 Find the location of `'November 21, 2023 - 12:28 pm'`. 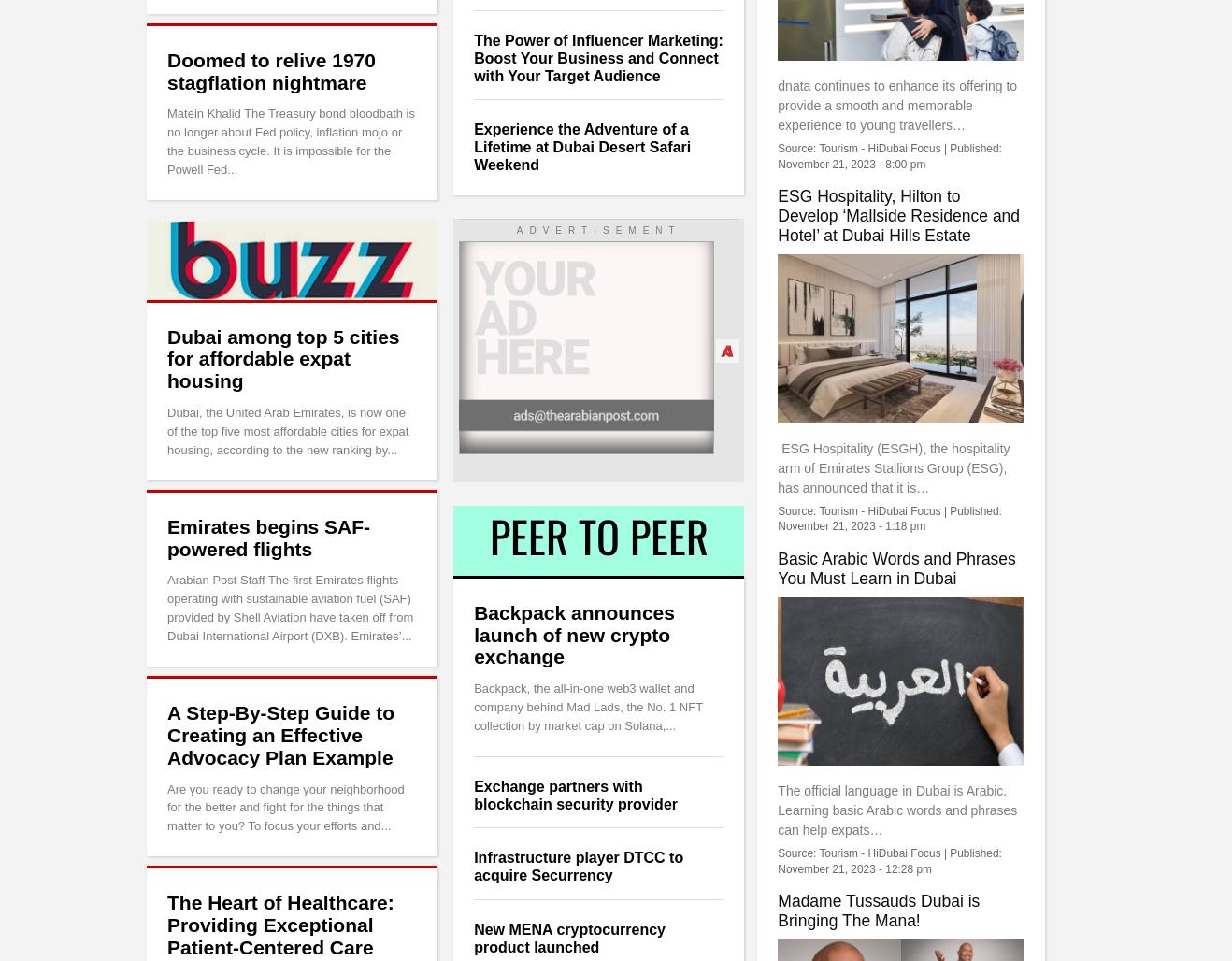

'November 21, 2023 - 12:28 pm' is located at coordinates (853, 868).